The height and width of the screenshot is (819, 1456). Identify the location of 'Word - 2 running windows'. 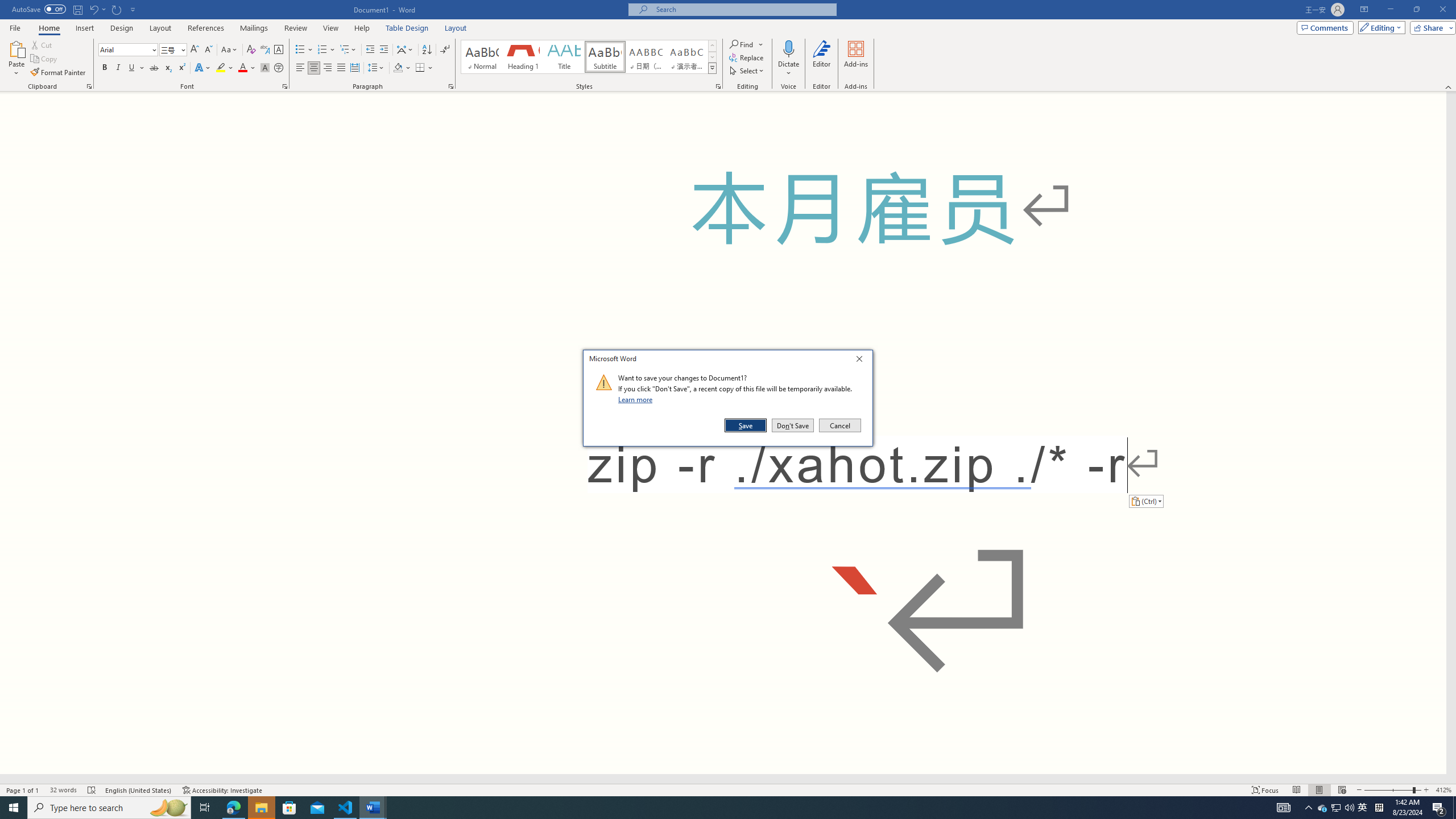
(373, 806).